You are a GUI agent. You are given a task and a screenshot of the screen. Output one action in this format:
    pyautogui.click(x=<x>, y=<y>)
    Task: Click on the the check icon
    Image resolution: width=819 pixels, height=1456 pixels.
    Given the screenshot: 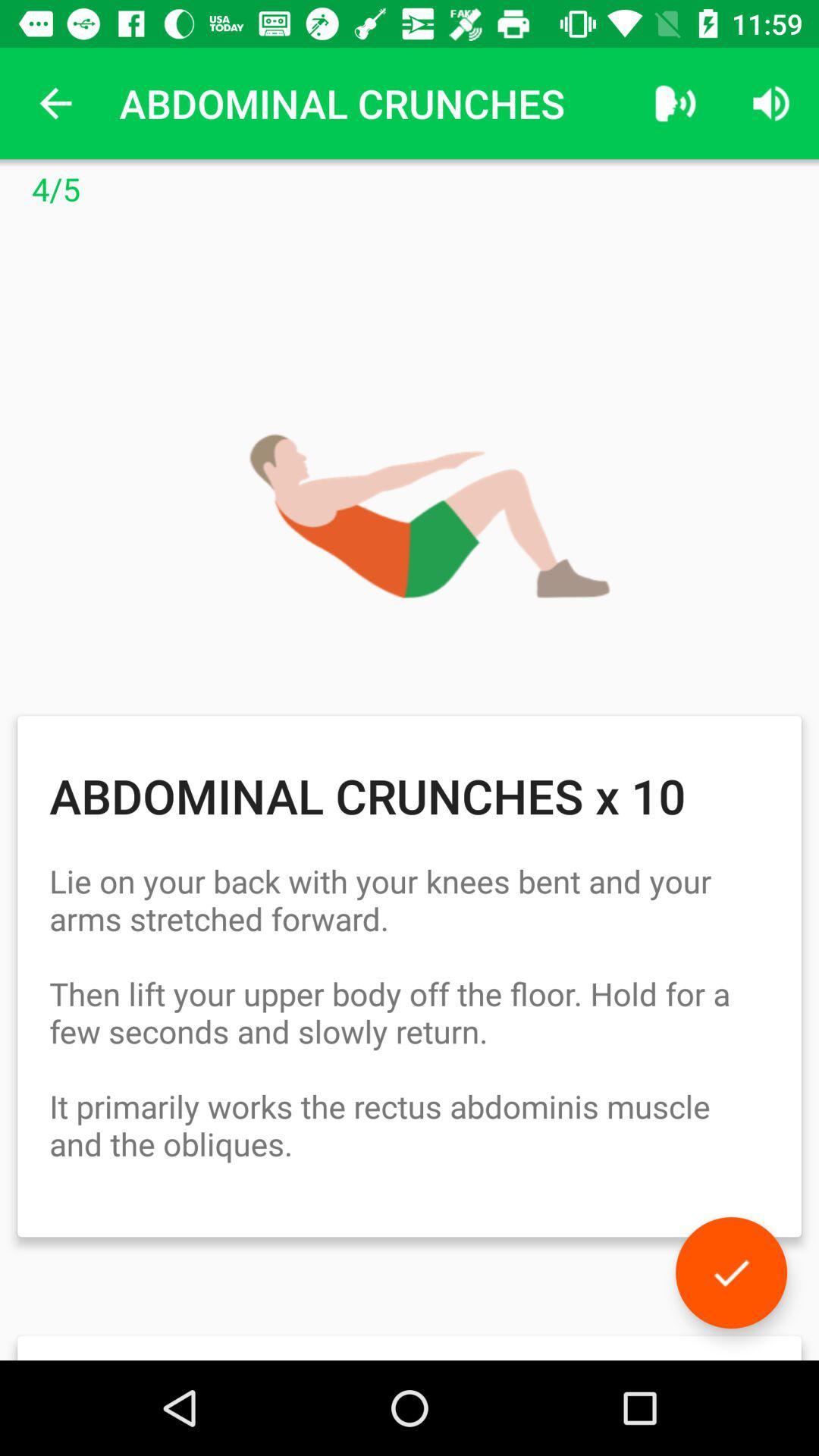 What is the action you would take?
    pyautogui.click(x=730, y=1272)
    